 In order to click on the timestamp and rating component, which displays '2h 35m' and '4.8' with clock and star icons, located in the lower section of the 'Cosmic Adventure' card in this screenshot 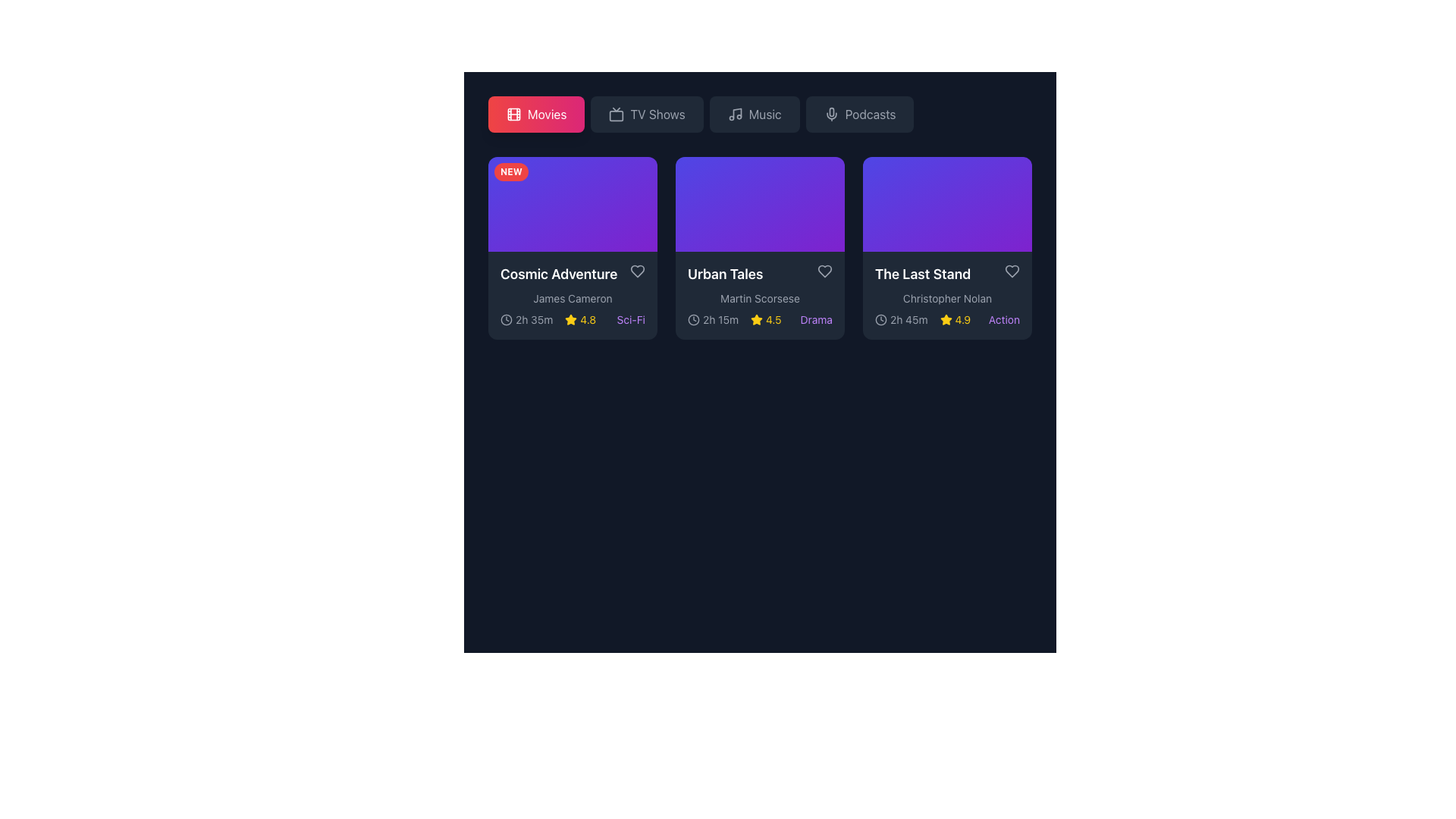, I will do `click(548, 319)`.